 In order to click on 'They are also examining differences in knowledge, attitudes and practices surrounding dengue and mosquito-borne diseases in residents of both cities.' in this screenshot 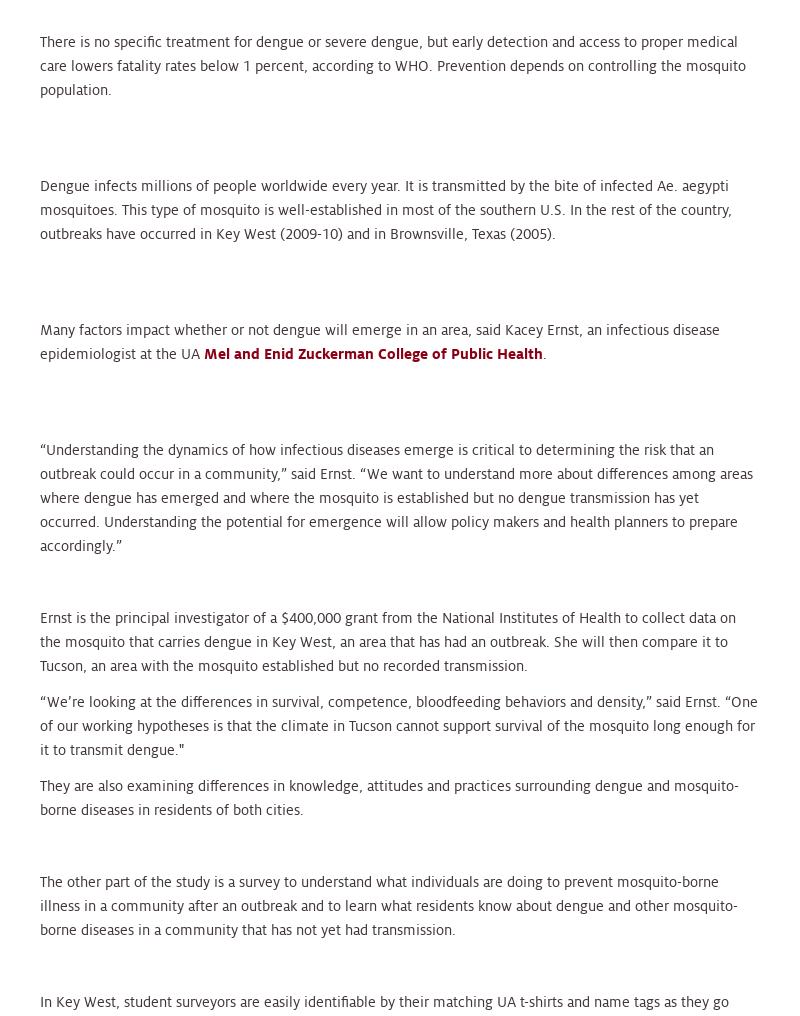, I will do `click(388, 795)`.